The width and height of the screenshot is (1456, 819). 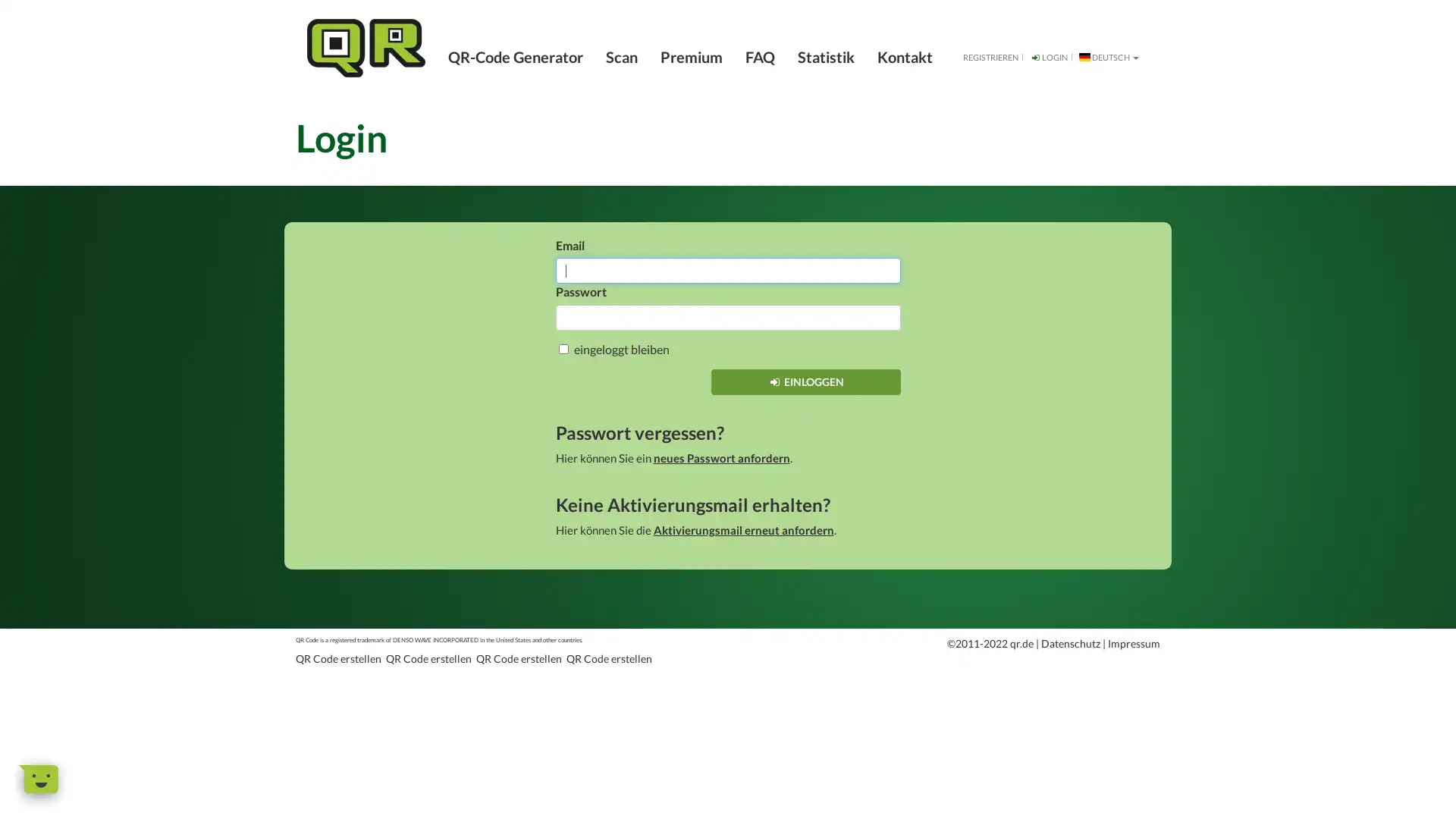 I want to click on Open, so click(x=39, y=778).